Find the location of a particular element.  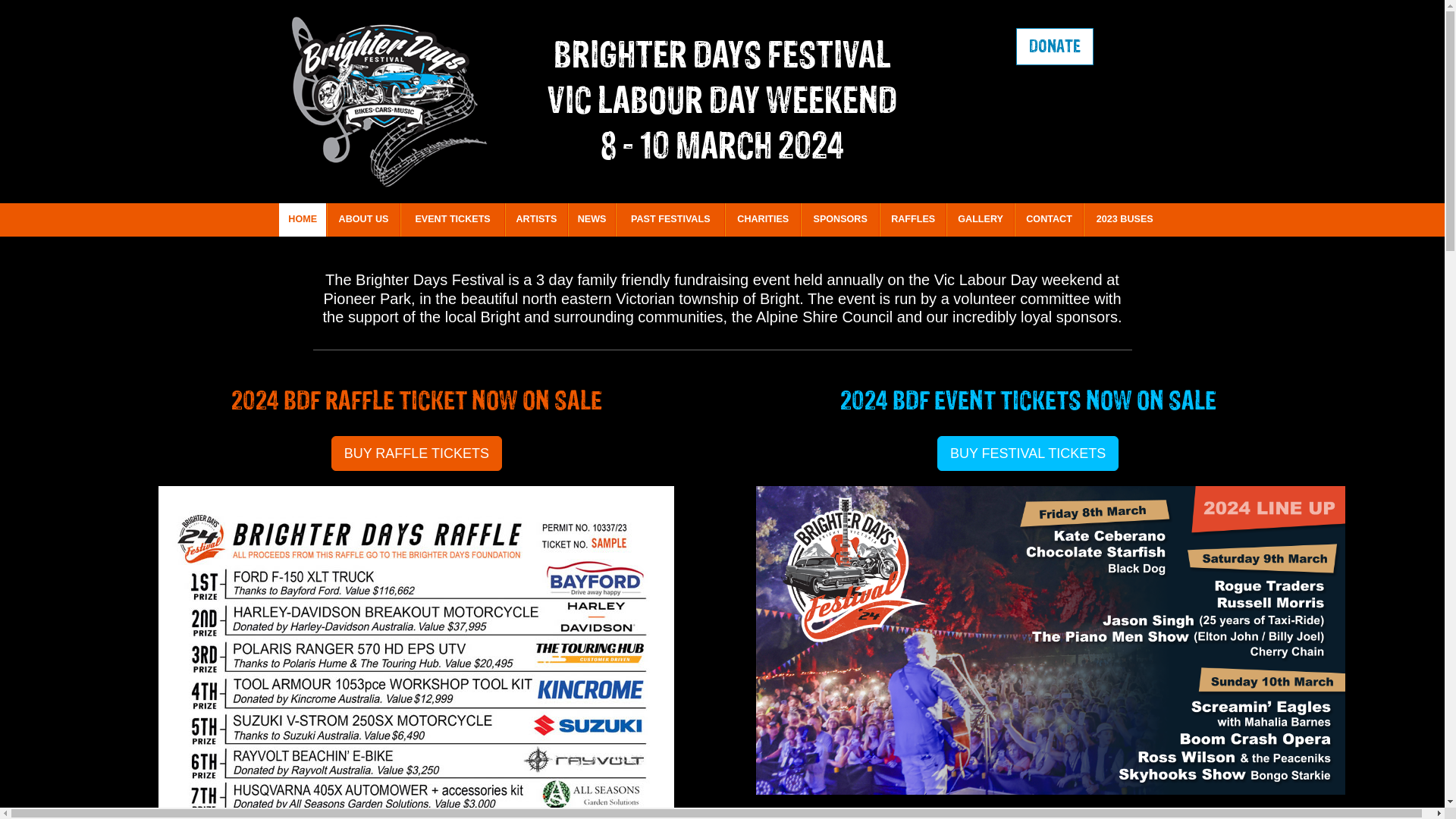

'2023 BUSES' is located at coordinates (1125, 219).